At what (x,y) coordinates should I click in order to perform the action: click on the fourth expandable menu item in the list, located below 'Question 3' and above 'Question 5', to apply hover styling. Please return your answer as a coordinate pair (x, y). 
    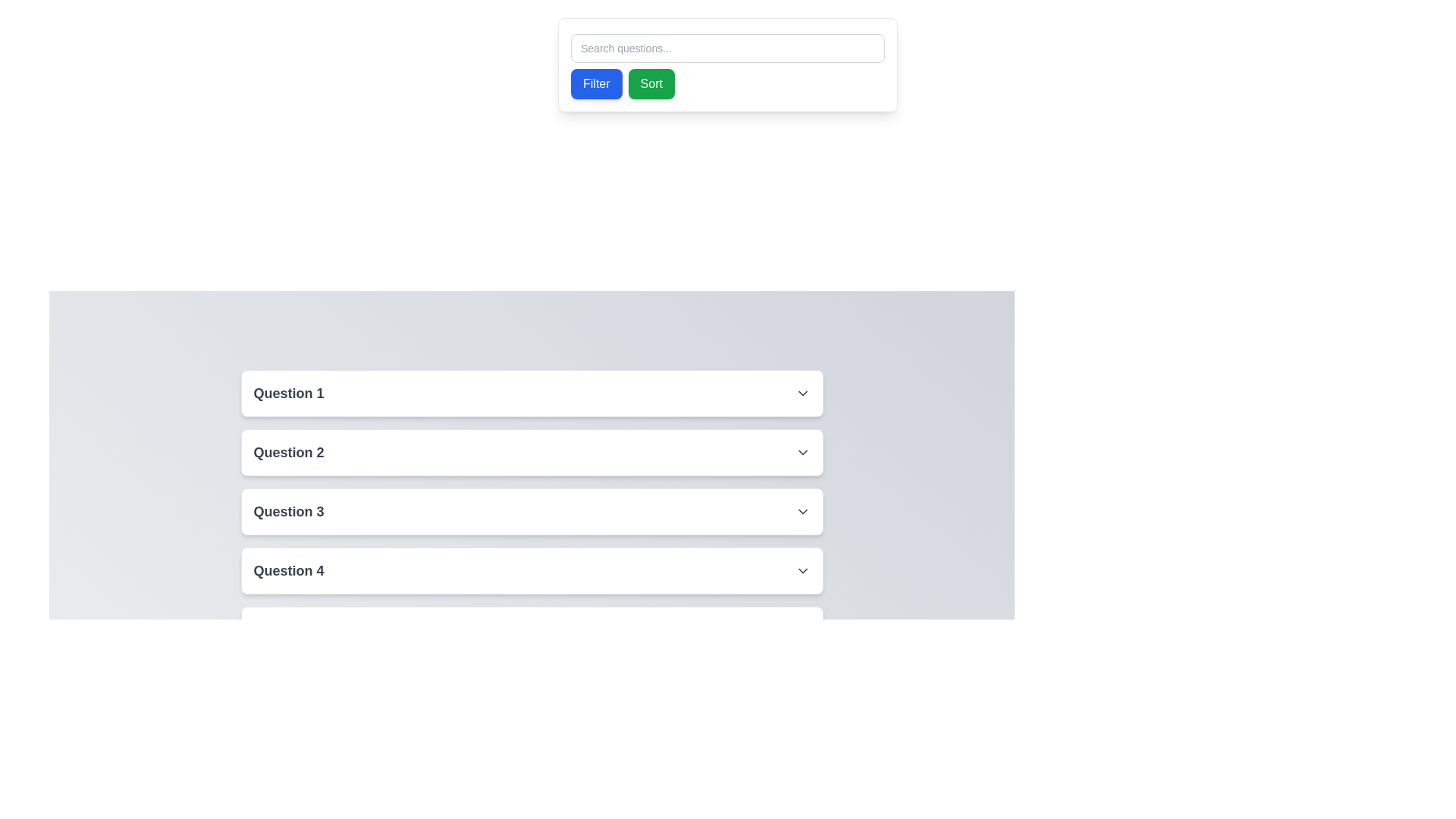
    Looking at the image, I should click on (532, 570).